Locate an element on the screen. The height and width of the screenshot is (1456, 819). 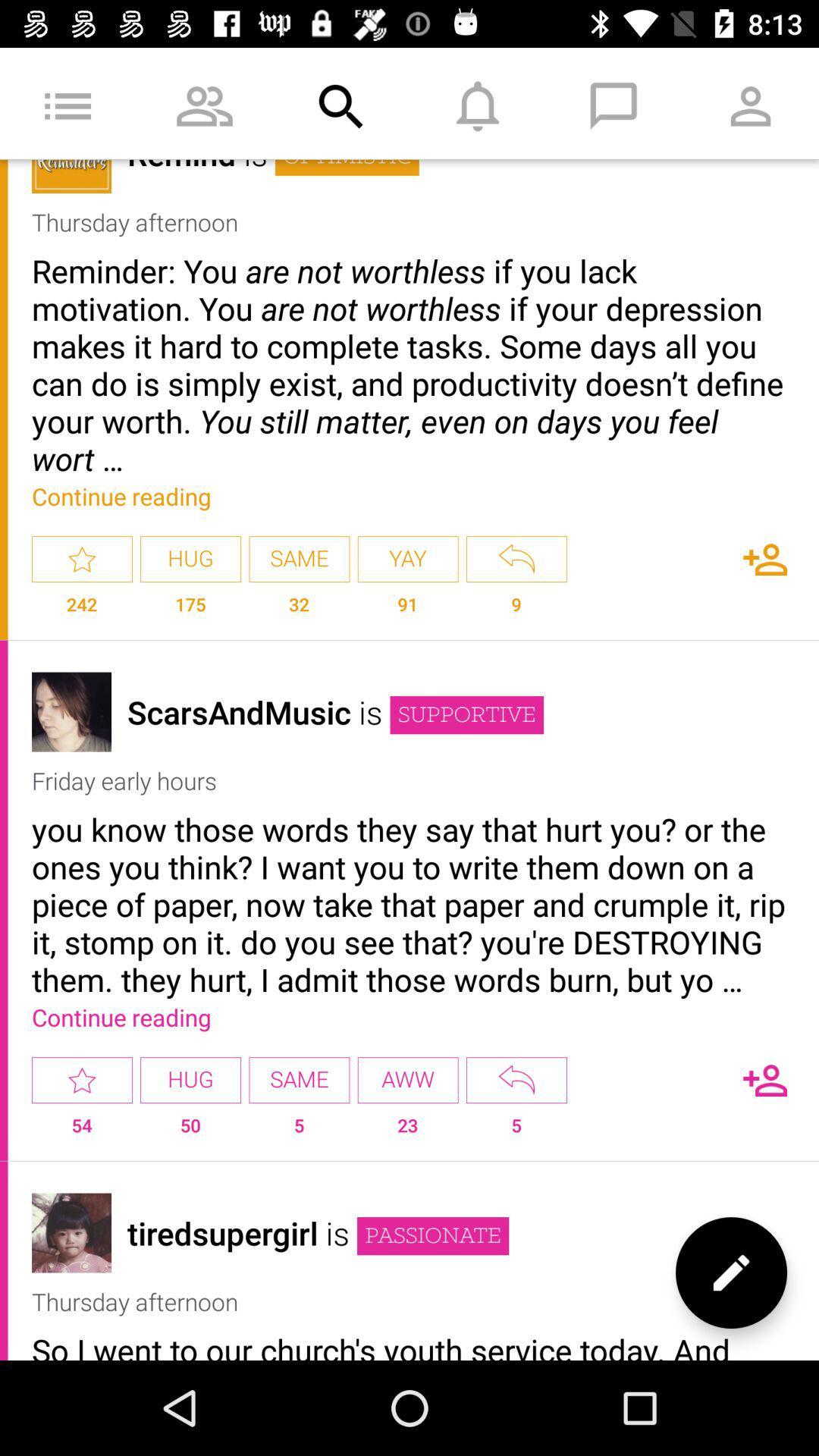
contact is located at coordinates (765, 558).